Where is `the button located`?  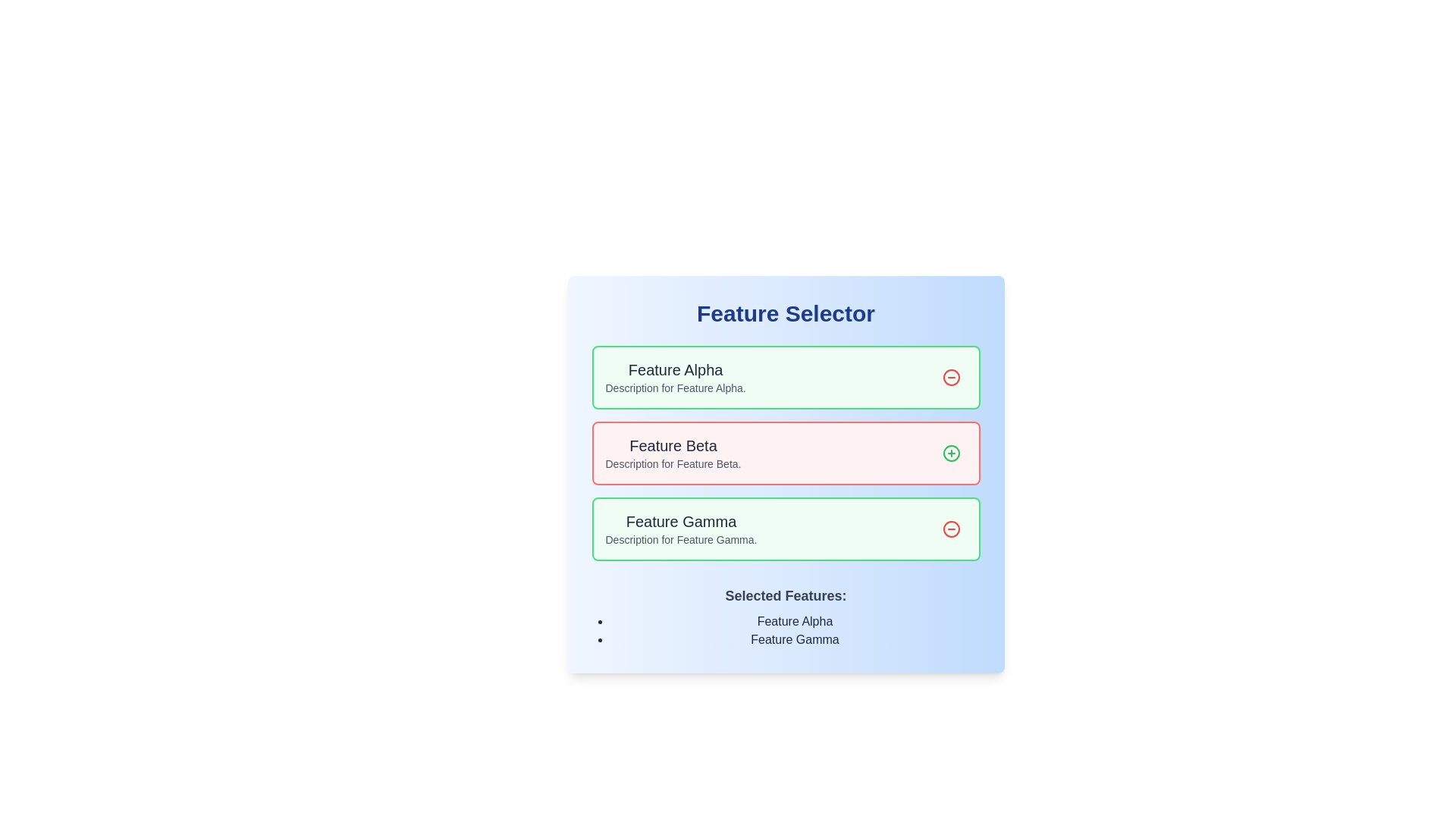 the button located is located at coordinates (950, 452).